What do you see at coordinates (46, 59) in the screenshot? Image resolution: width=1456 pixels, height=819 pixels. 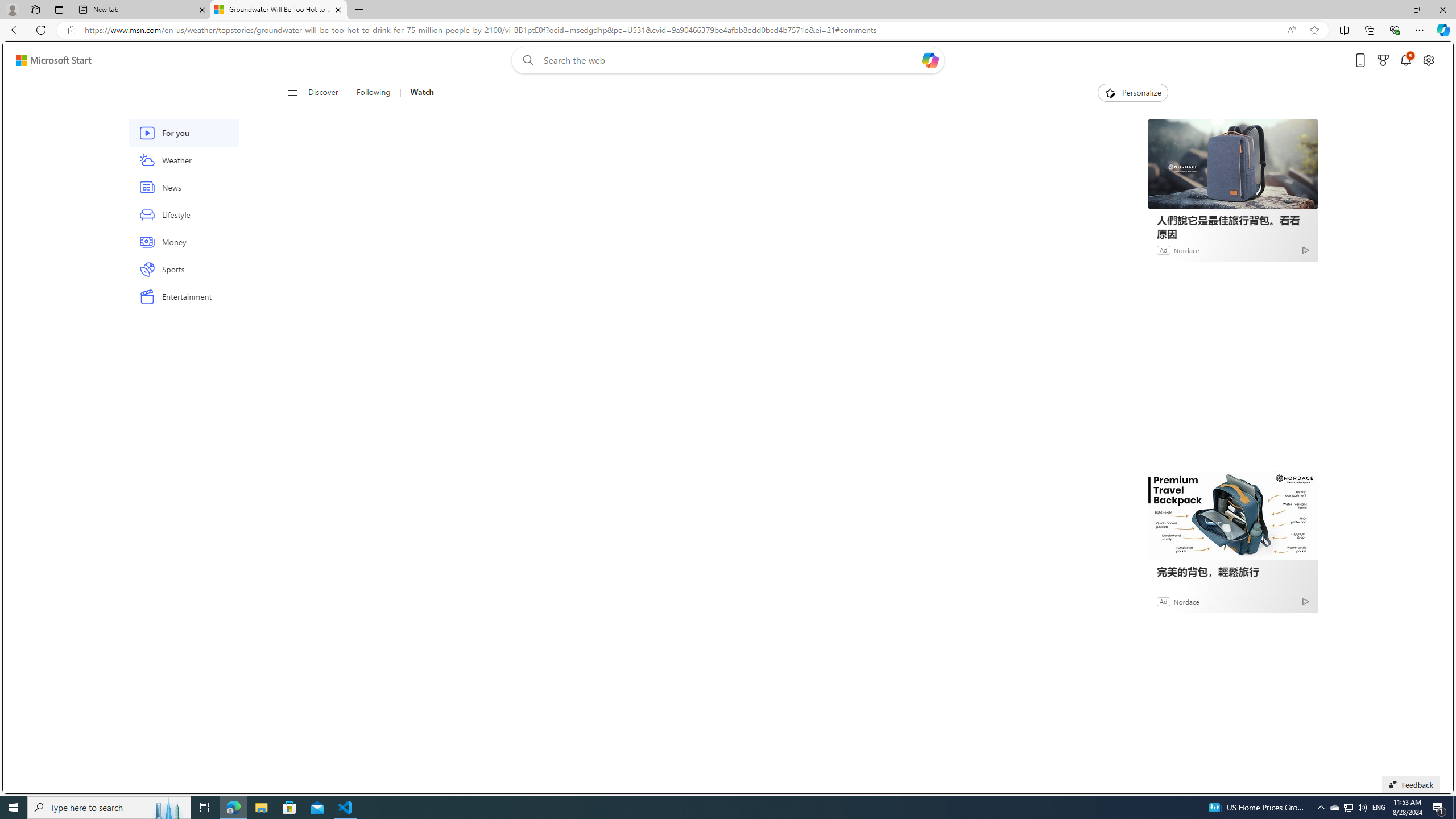 I see `'Skip to footer'` at bounding box center [46, 59].